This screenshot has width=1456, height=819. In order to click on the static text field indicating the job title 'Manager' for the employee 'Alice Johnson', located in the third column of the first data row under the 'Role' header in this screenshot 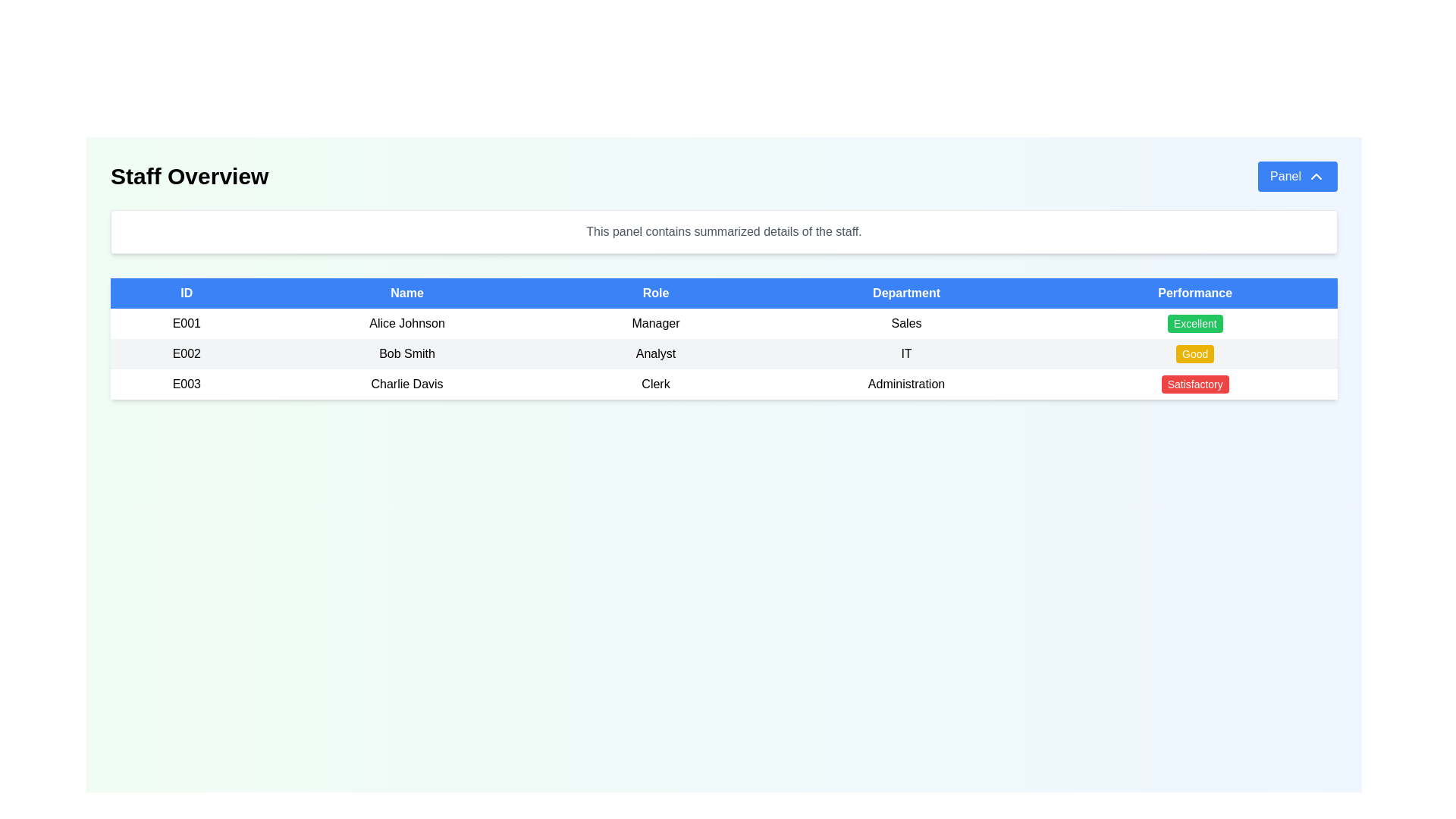, I will do `click(655, 323)`.